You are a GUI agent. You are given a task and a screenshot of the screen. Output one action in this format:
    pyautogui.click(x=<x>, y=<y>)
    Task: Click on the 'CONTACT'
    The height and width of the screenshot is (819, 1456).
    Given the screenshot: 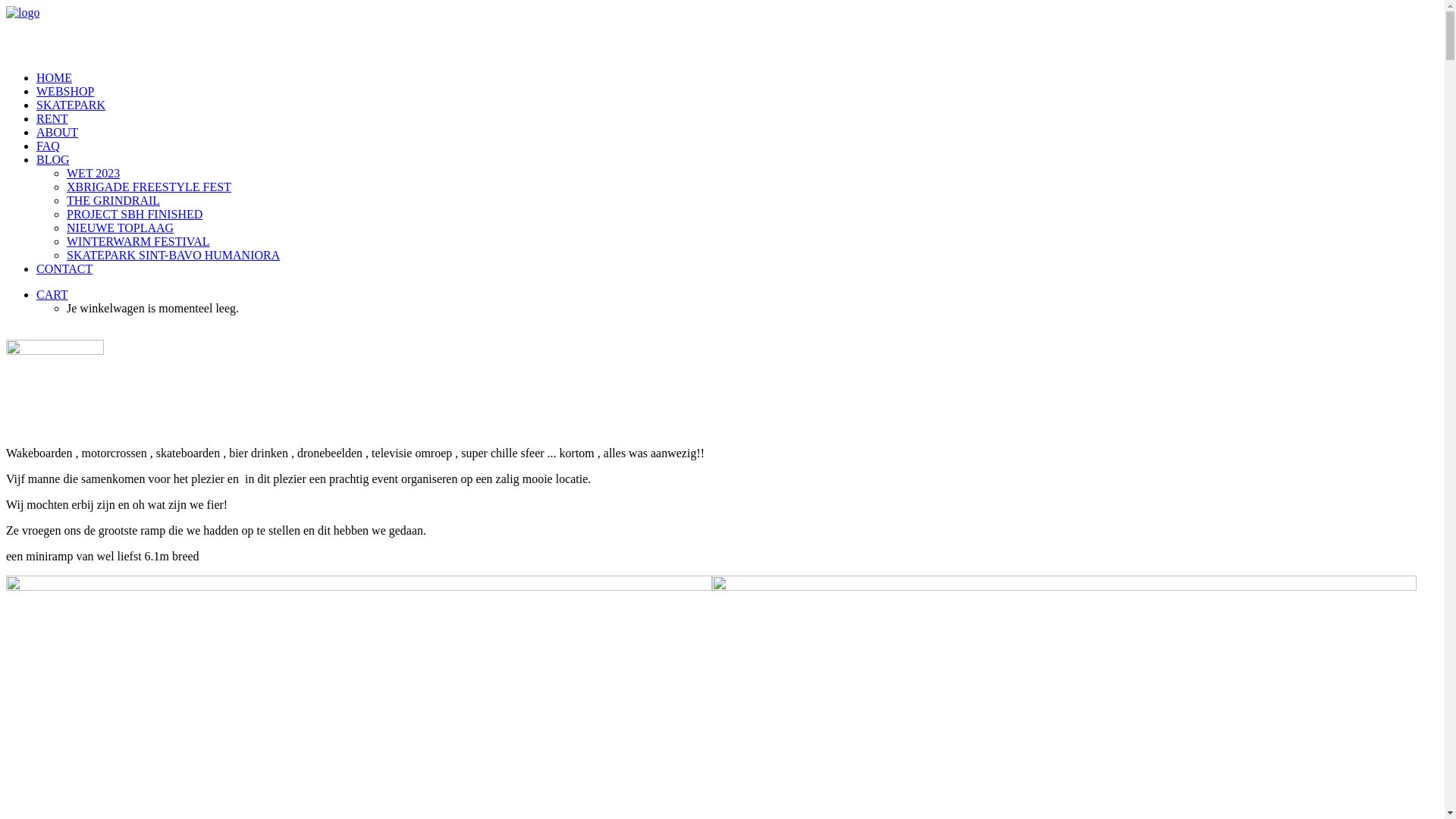 What is the action you would take?
    pyautogui.click(x=64, y=268)
    